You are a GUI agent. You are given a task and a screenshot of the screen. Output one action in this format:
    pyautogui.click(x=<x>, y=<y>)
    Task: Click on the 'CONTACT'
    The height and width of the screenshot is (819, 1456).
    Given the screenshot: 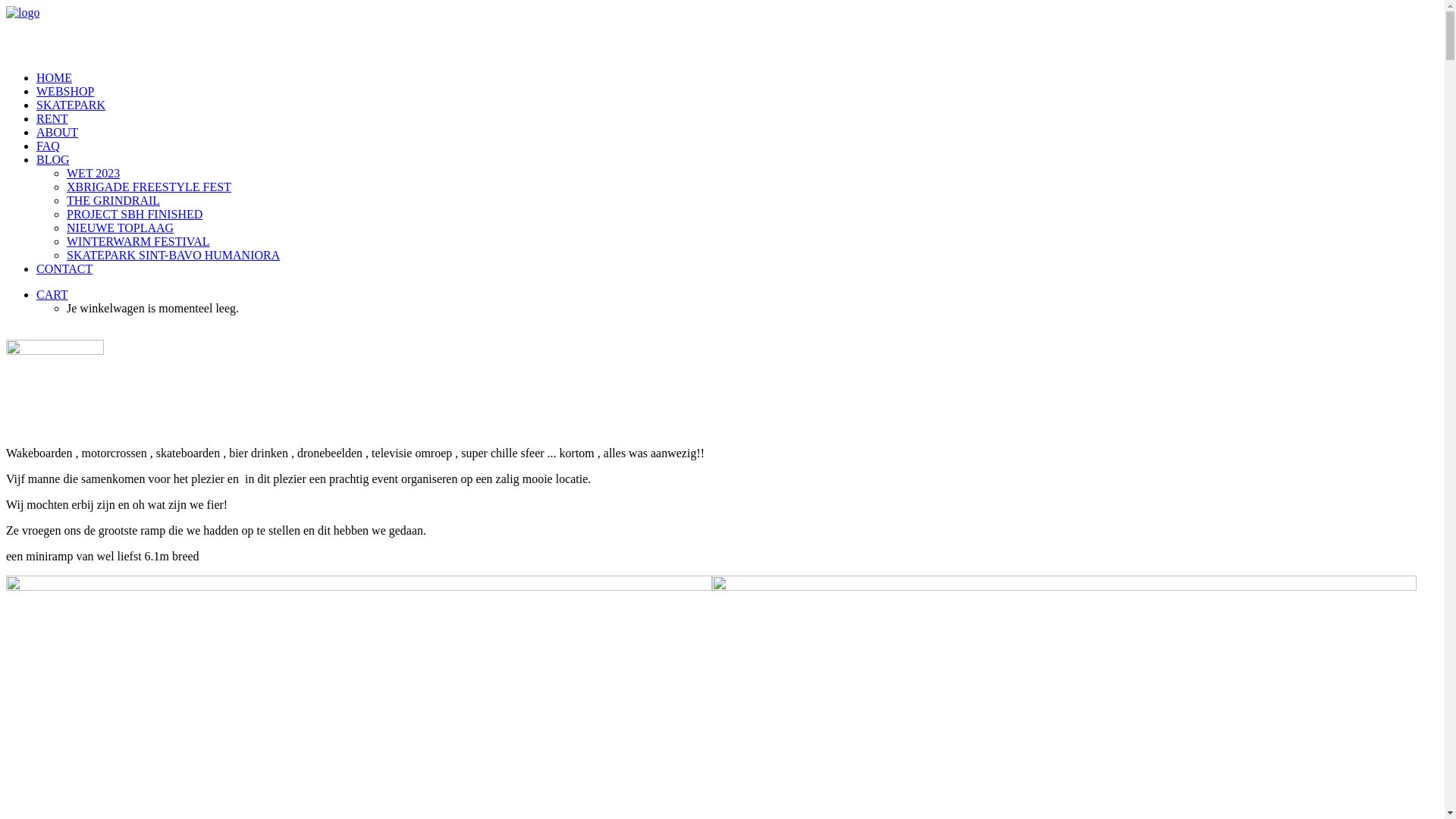 What is the action you would take?
    pyautogui.click(x=64, y=268)
    